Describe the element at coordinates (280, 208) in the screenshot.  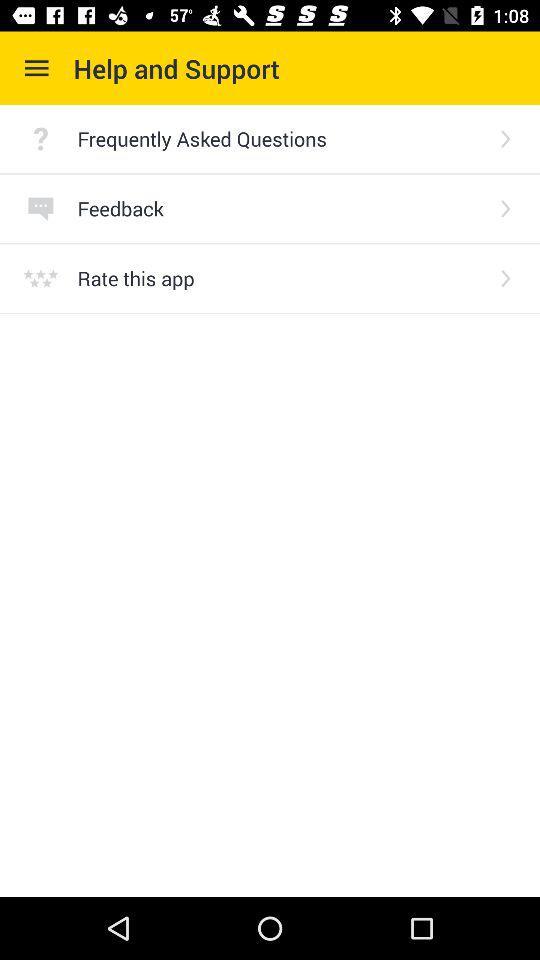
I see `feedback item` at that location.